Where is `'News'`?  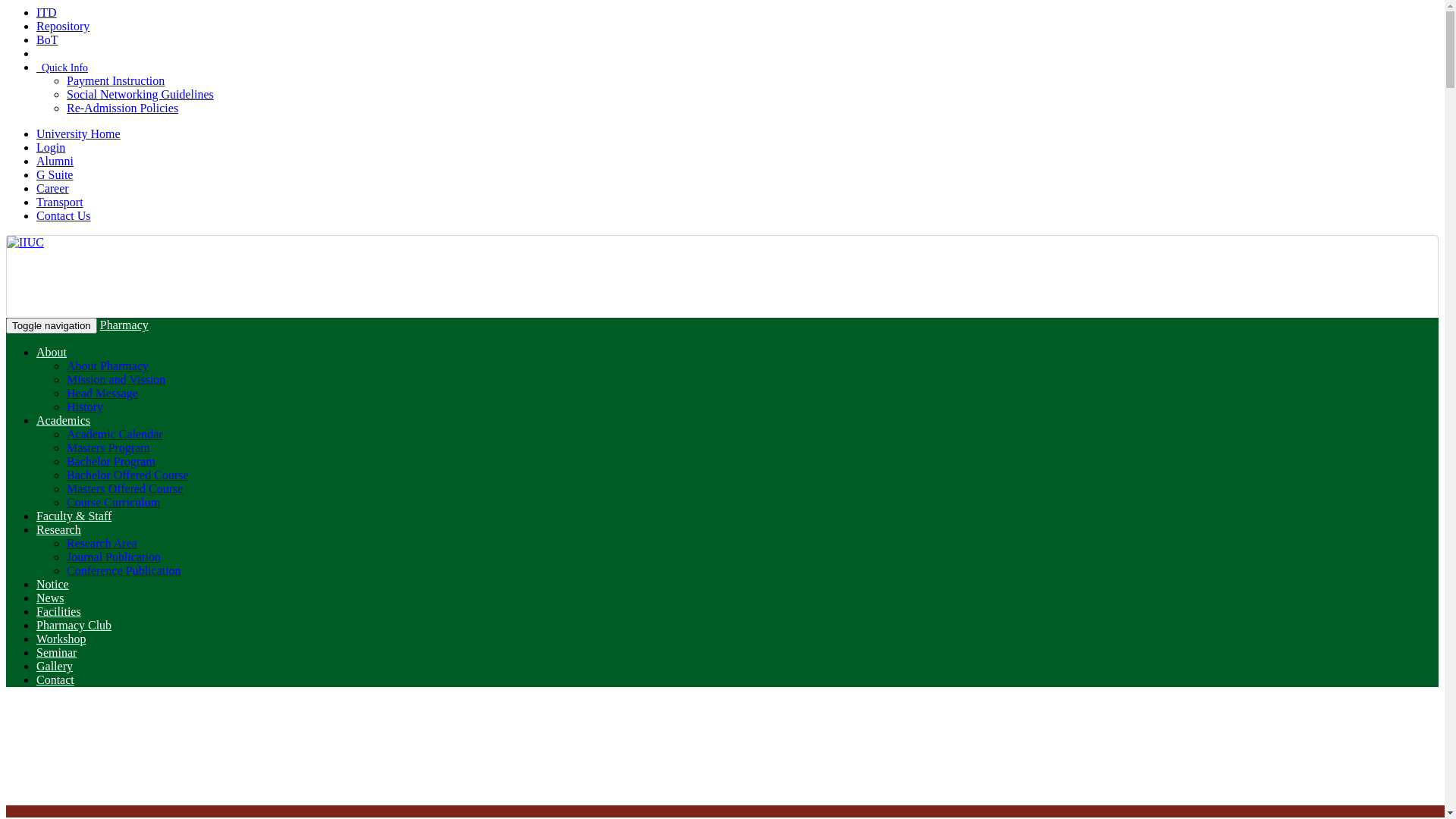 'News' is located at coordinates (50, 597).